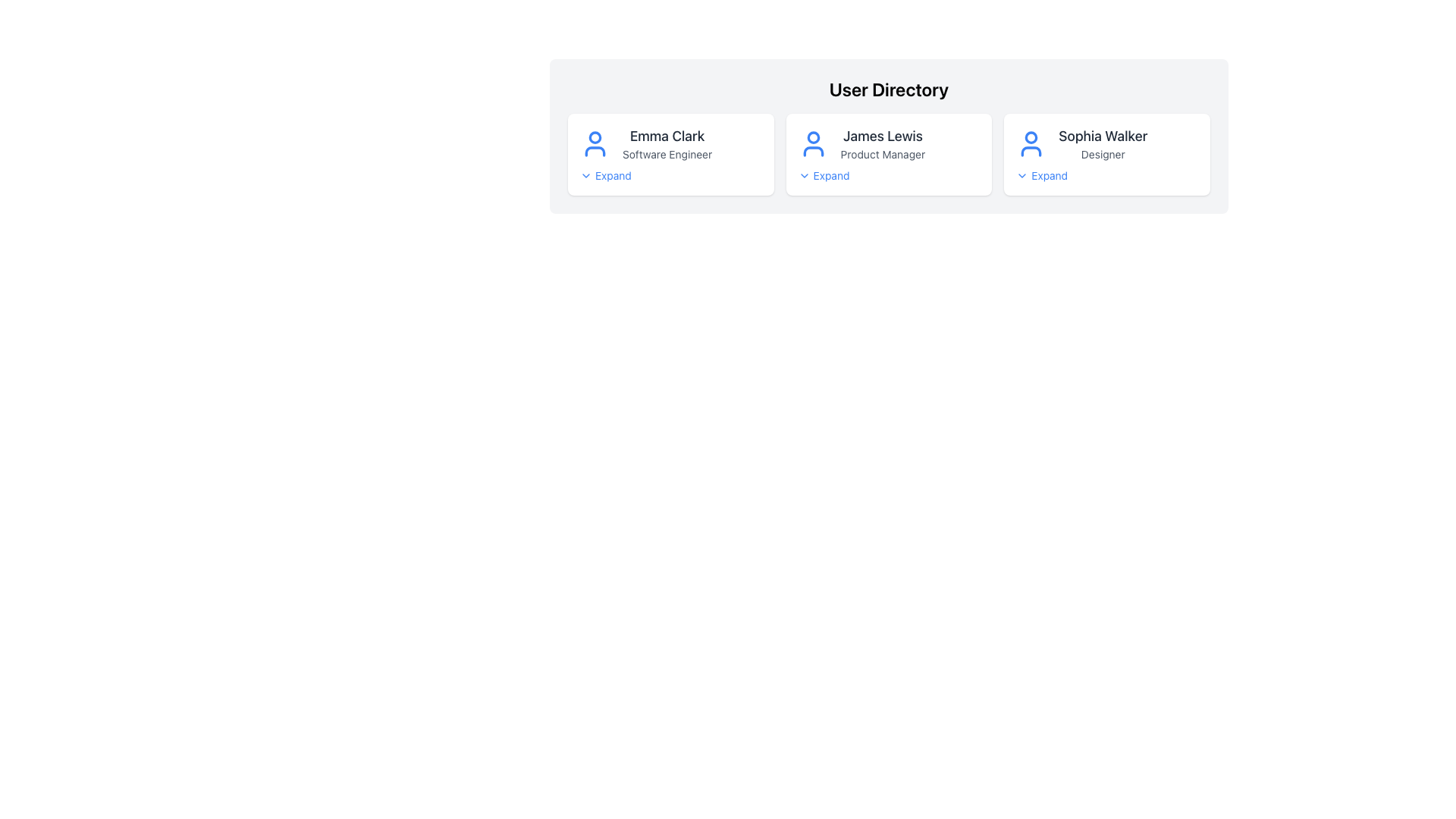 The image size is (1456, 819). What do you see at coordinates (1041, 174) in the screenshot?
I see `the 'Expand' button located at the bottom left corner of the user information card for 'Sophia Walker'` at bounding box center [1041, 174].